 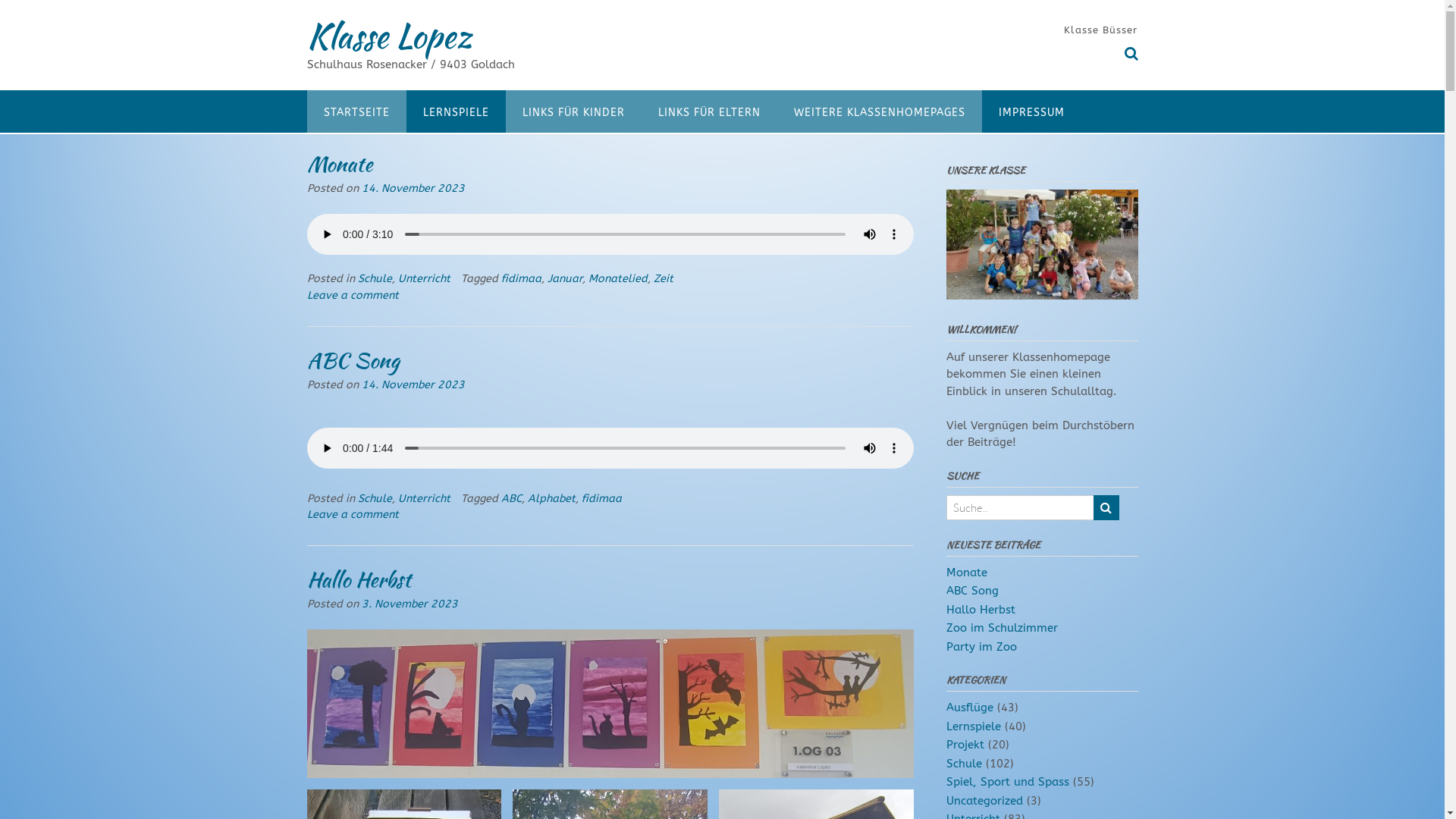 I want to click on 'Spiel, Sport und Spass', so click(x=1008, y=781).